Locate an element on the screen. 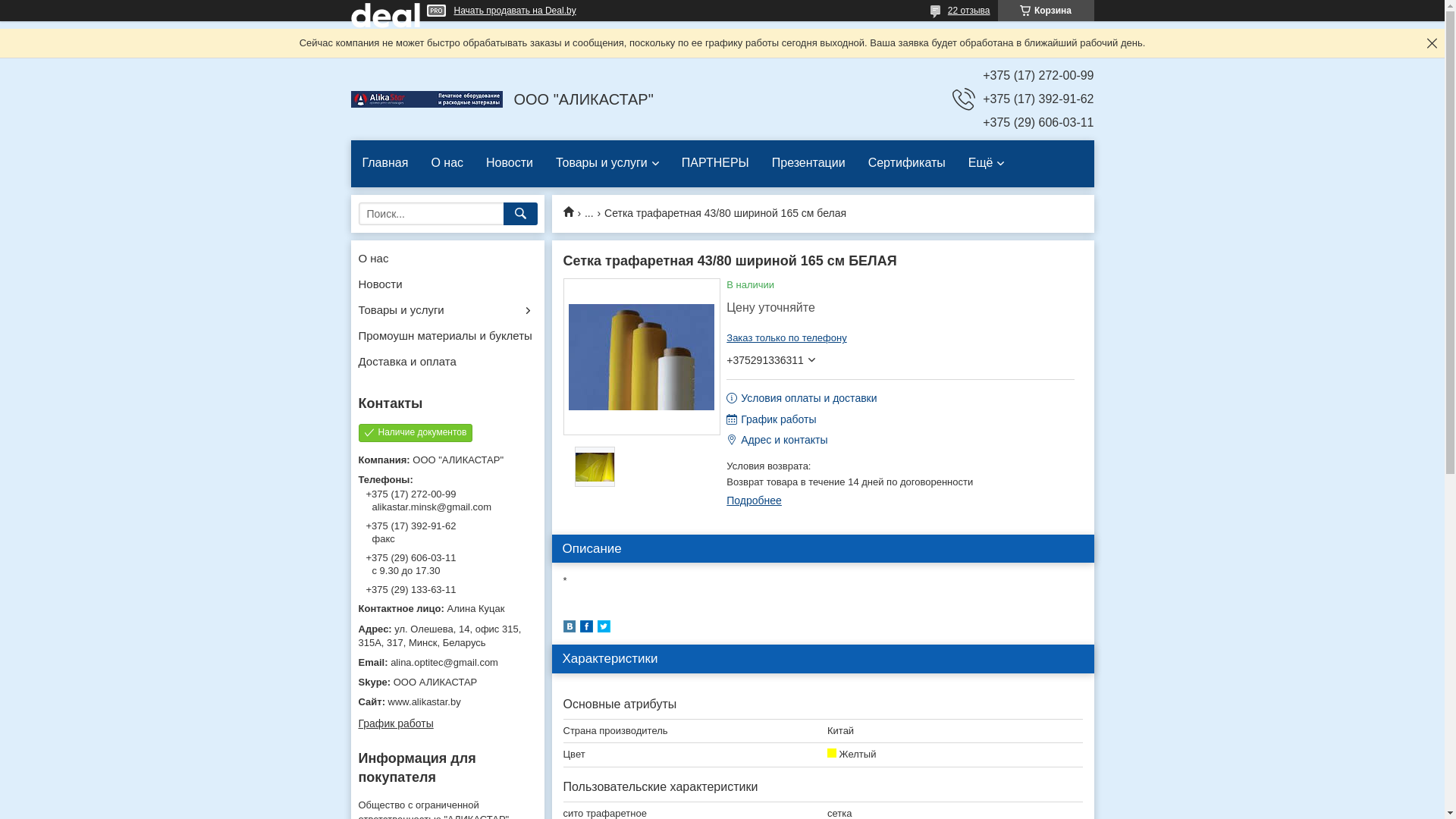 Image resolution: width=1456 pixels, height=819 pixels. 'alina.optitec@gmail.com' is located at coordinates (356, 662).